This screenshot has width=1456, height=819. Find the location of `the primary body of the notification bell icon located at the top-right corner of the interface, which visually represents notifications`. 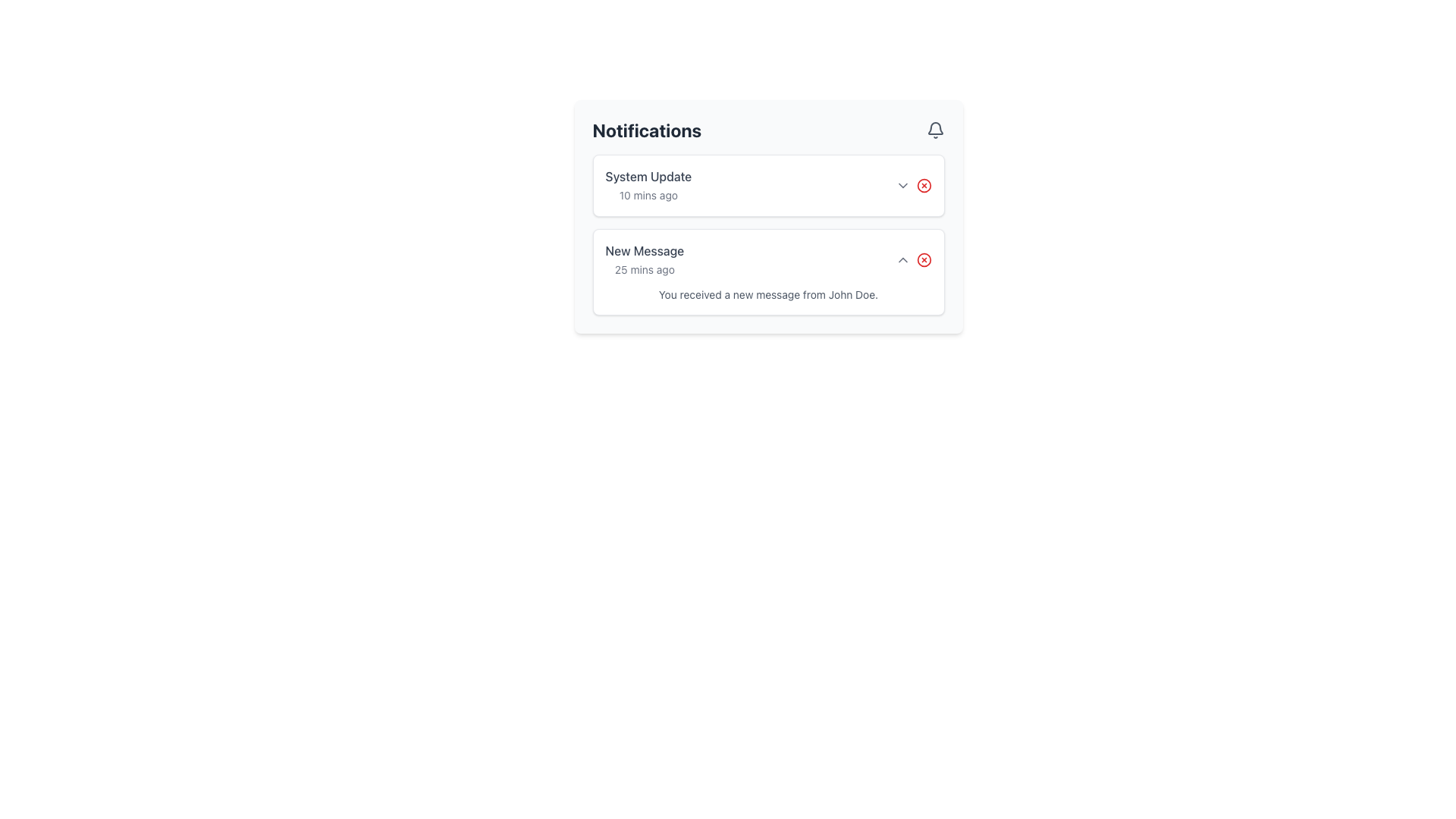

the primary body of the notification bell icon located at the top-right corner of the interface, which visually represents notifications is located at coordinates (934, 127).